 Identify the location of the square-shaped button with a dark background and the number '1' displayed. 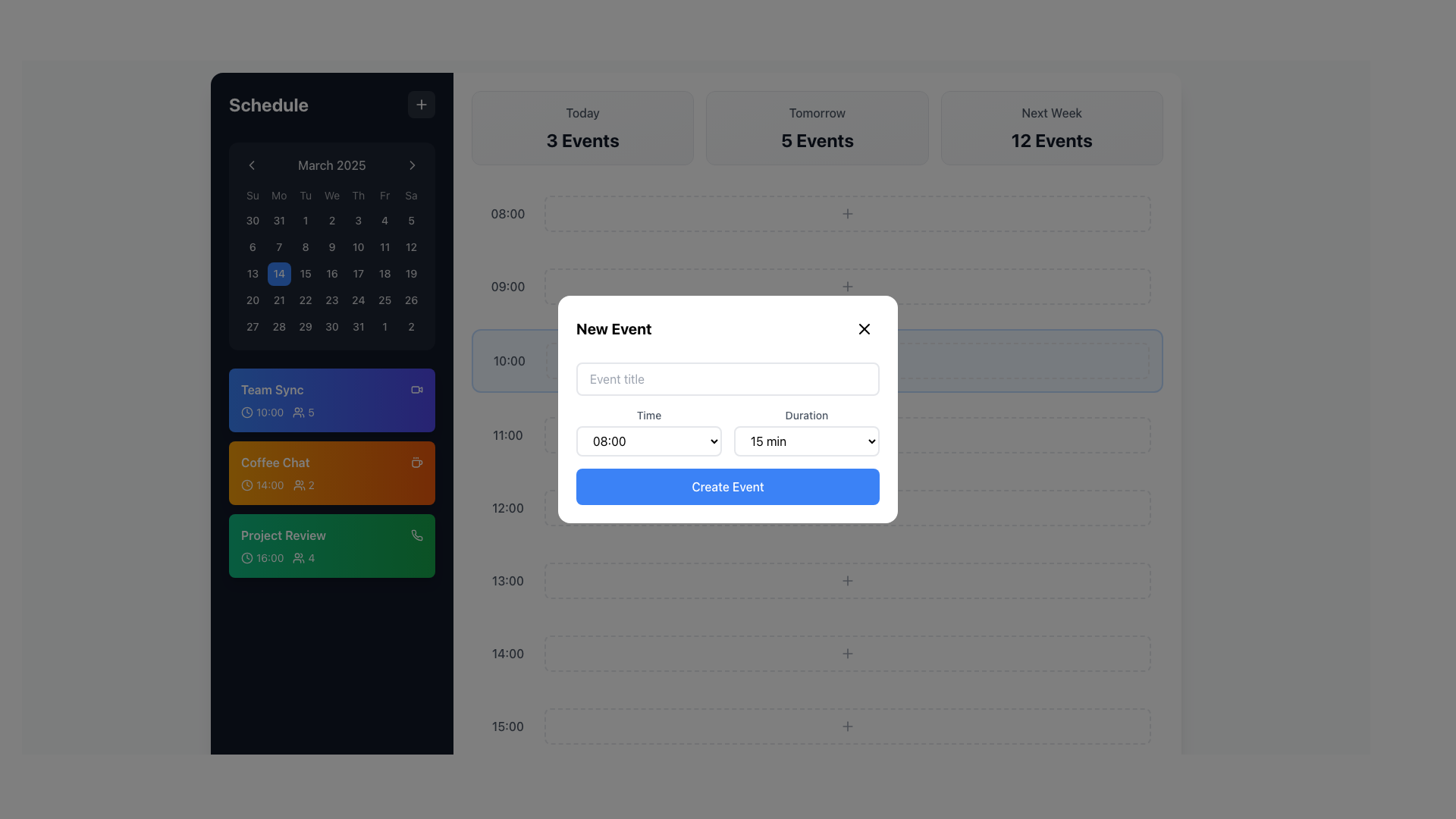
(384, 325).